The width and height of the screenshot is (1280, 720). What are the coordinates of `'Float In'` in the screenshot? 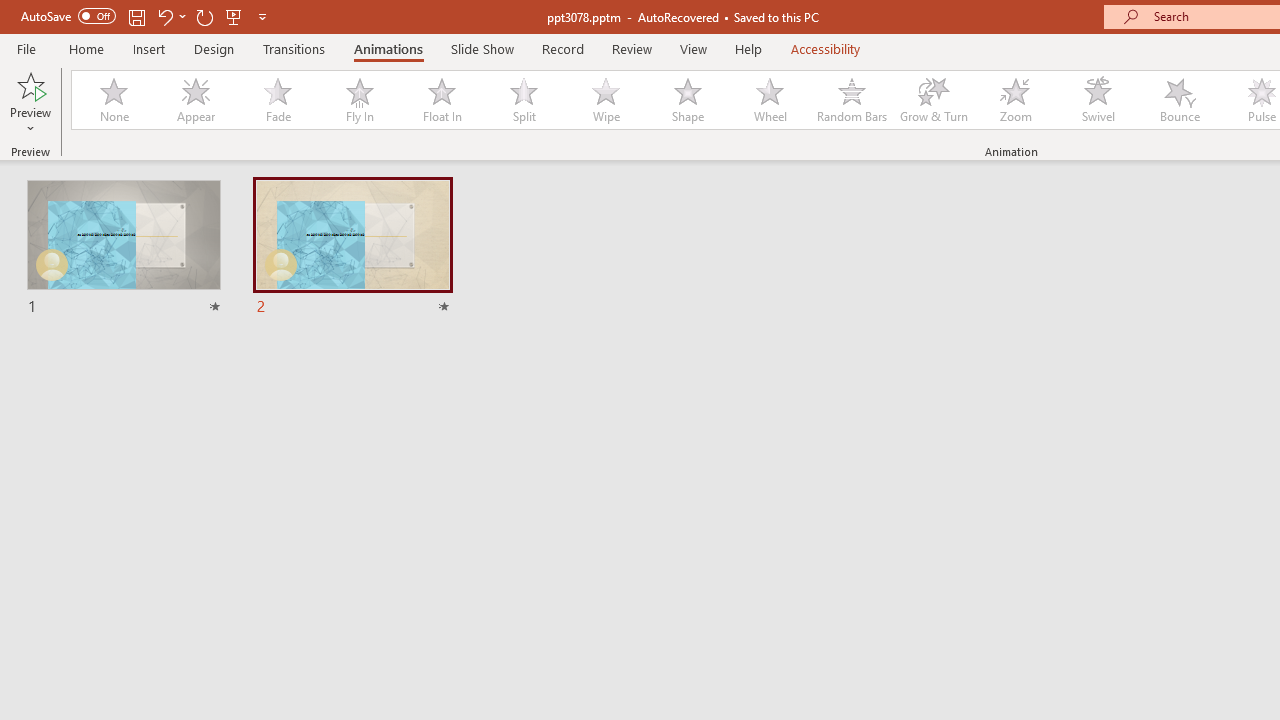 It's located at (440, 100).